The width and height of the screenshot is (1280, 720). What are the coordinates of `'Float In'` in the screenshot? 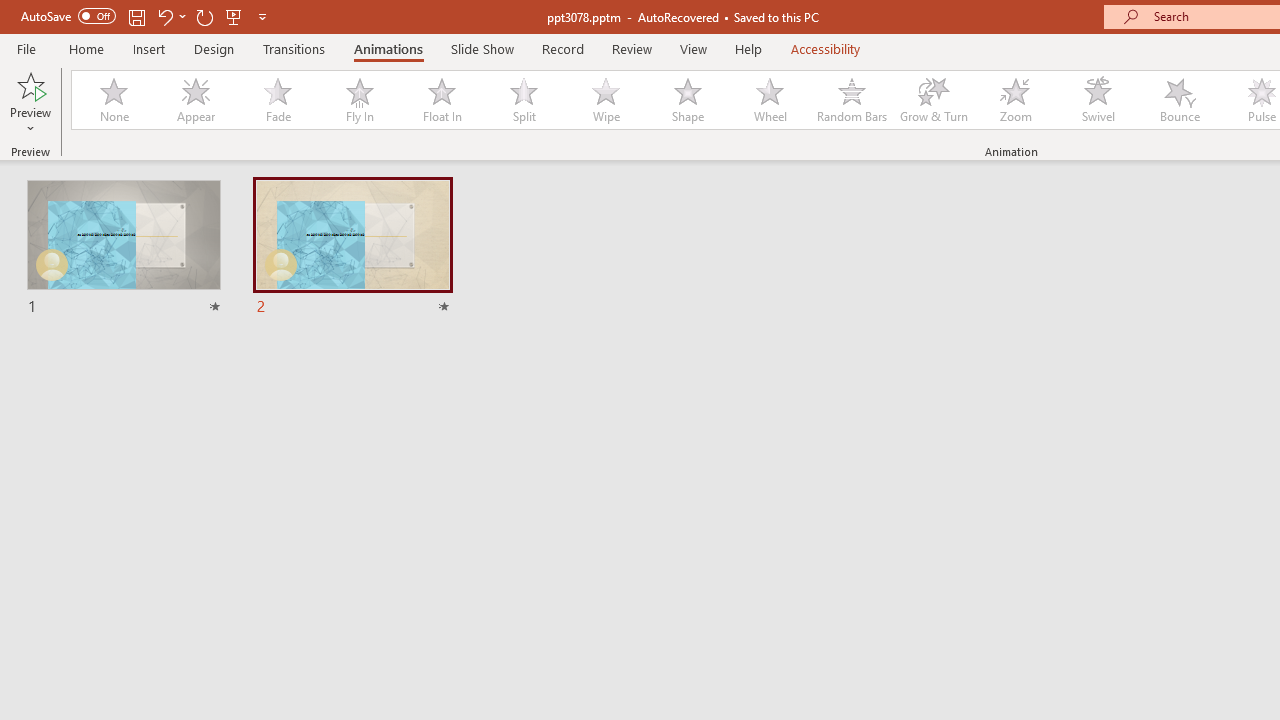 It's located at (440, 100).